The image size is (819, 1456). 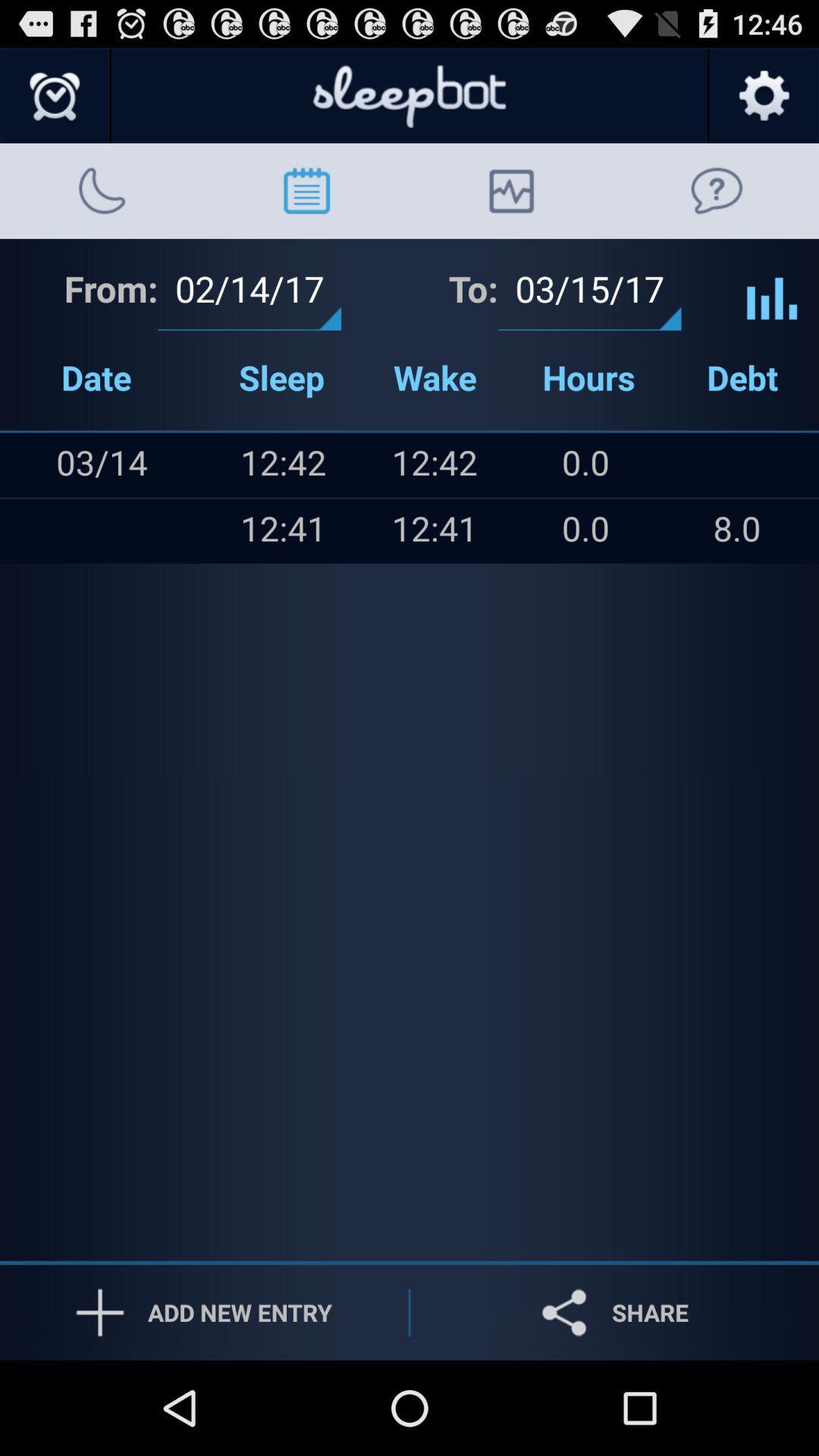 I want to click on the time icon, so click(x=55, y=102).